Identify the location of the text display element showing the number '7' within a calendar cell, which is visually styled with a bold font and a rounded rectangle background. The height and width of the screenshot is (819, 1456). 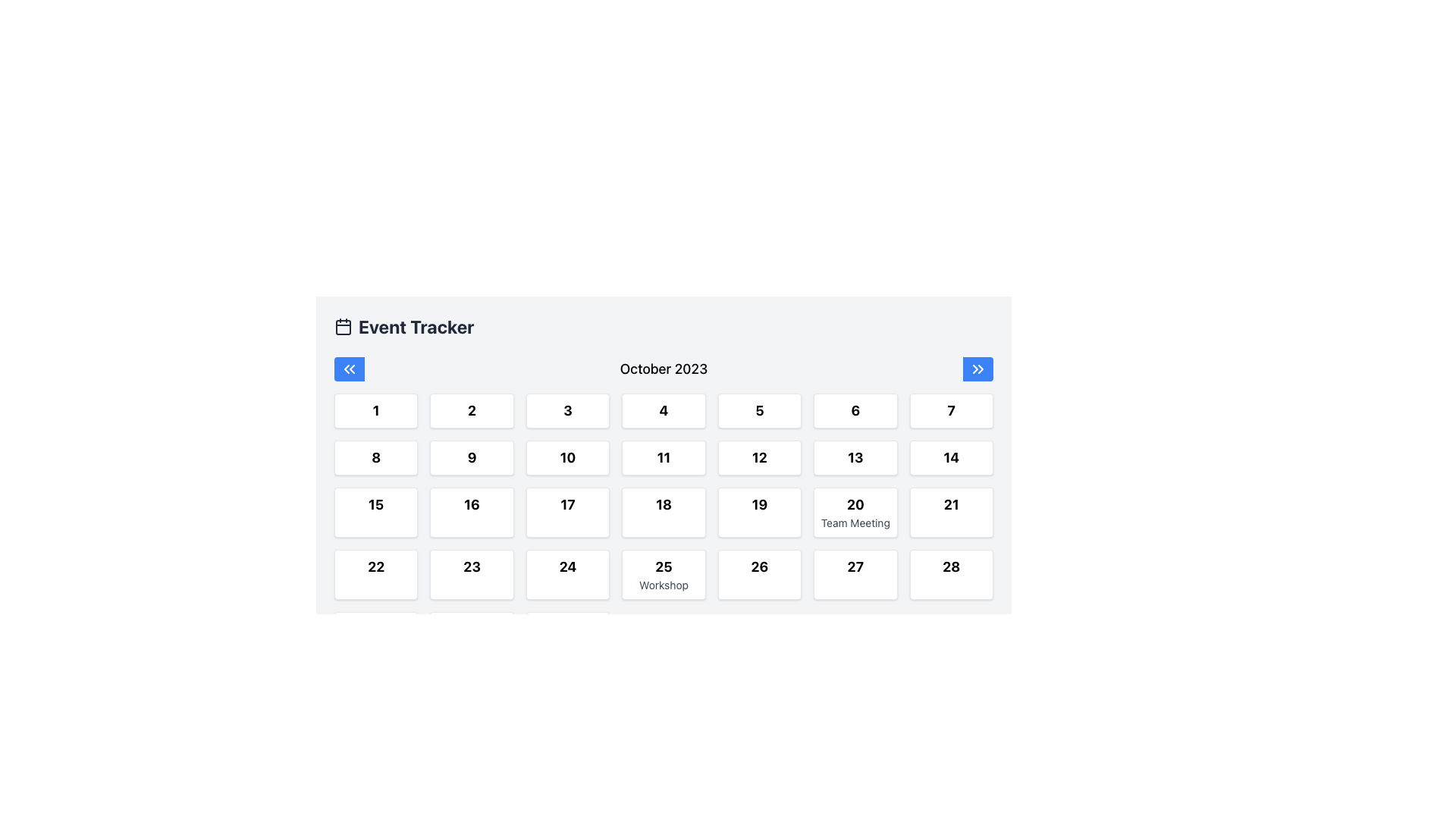
(950, 411).